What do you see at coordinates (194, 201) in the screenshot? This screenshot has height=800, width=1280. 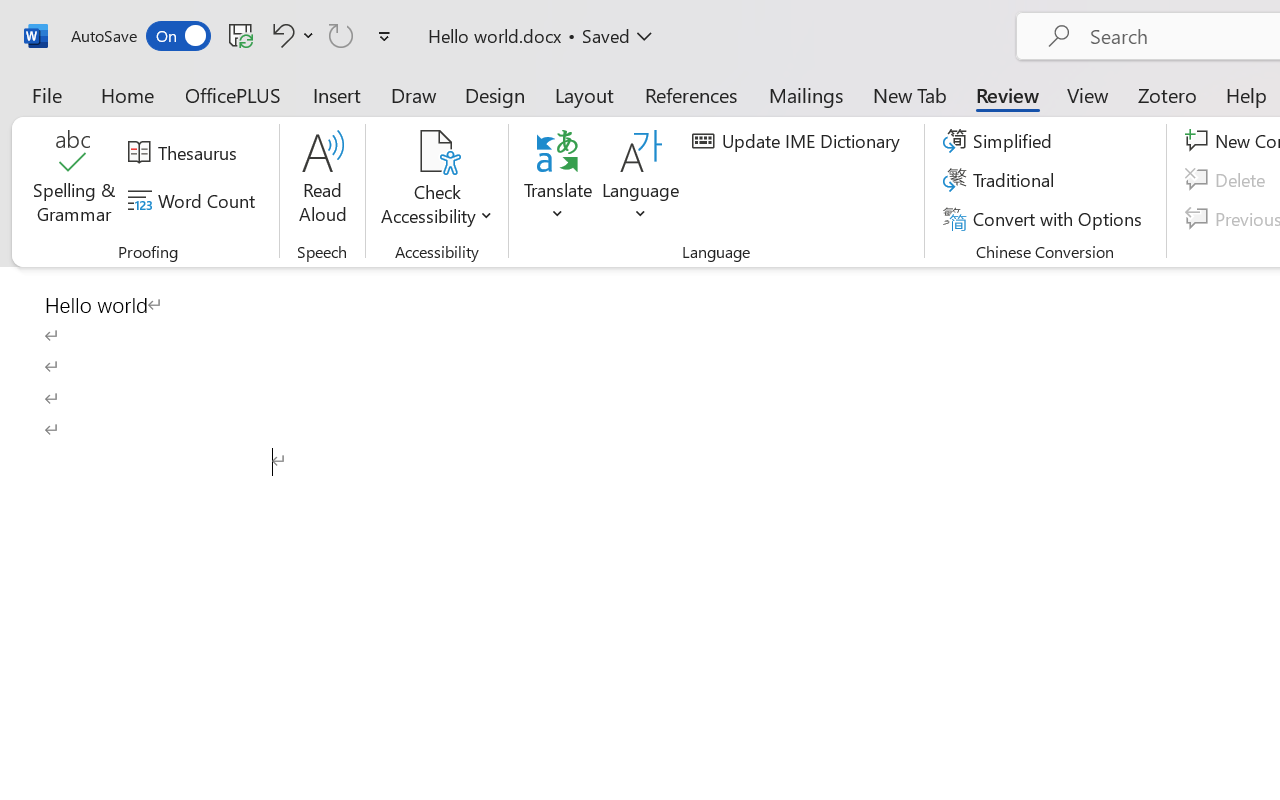 I see `'Word Count'` at bounding box center [194, 201].